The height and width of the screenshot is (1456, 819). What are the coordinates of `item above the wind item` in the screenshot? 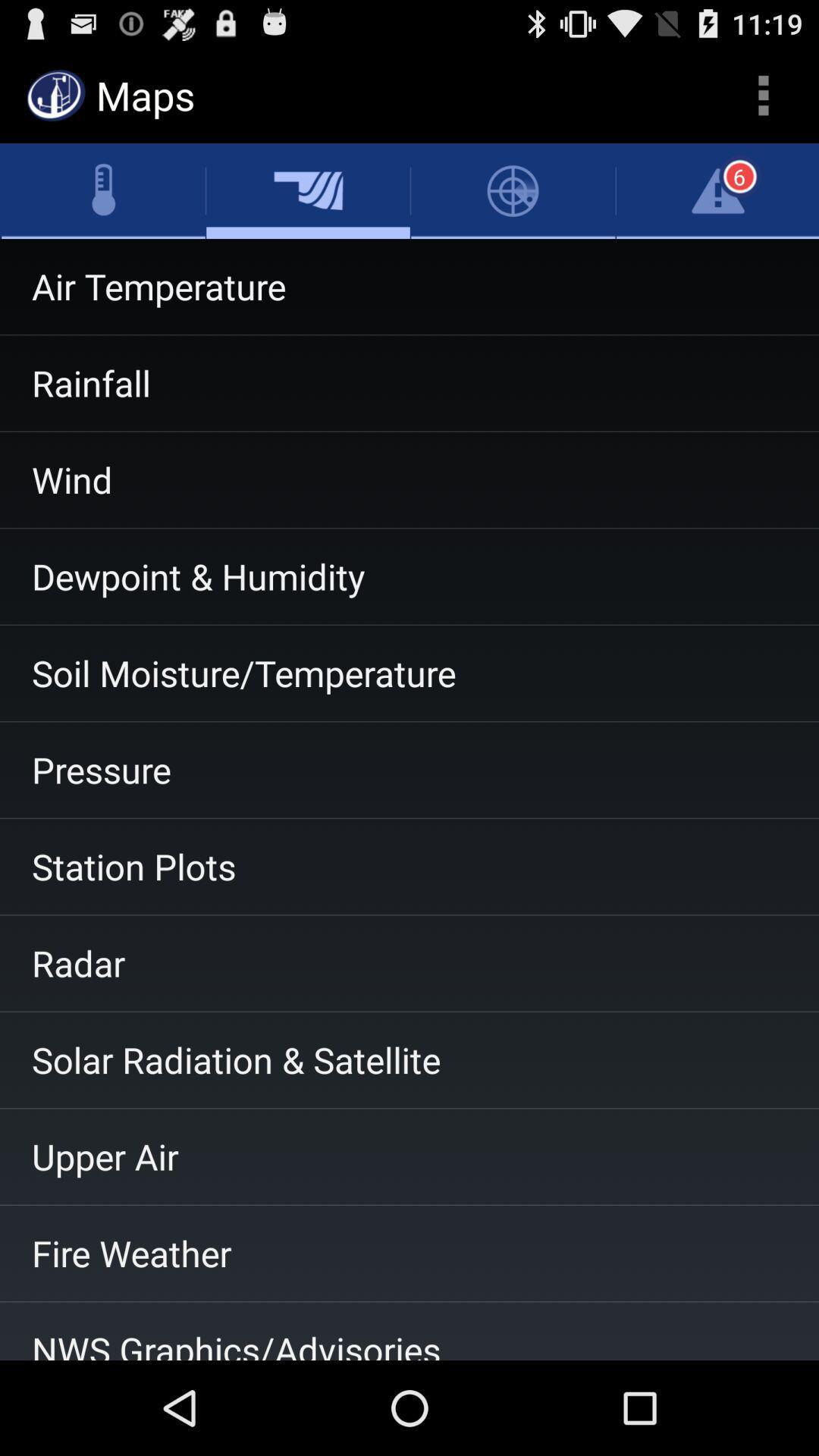 It's located at (409, 383).